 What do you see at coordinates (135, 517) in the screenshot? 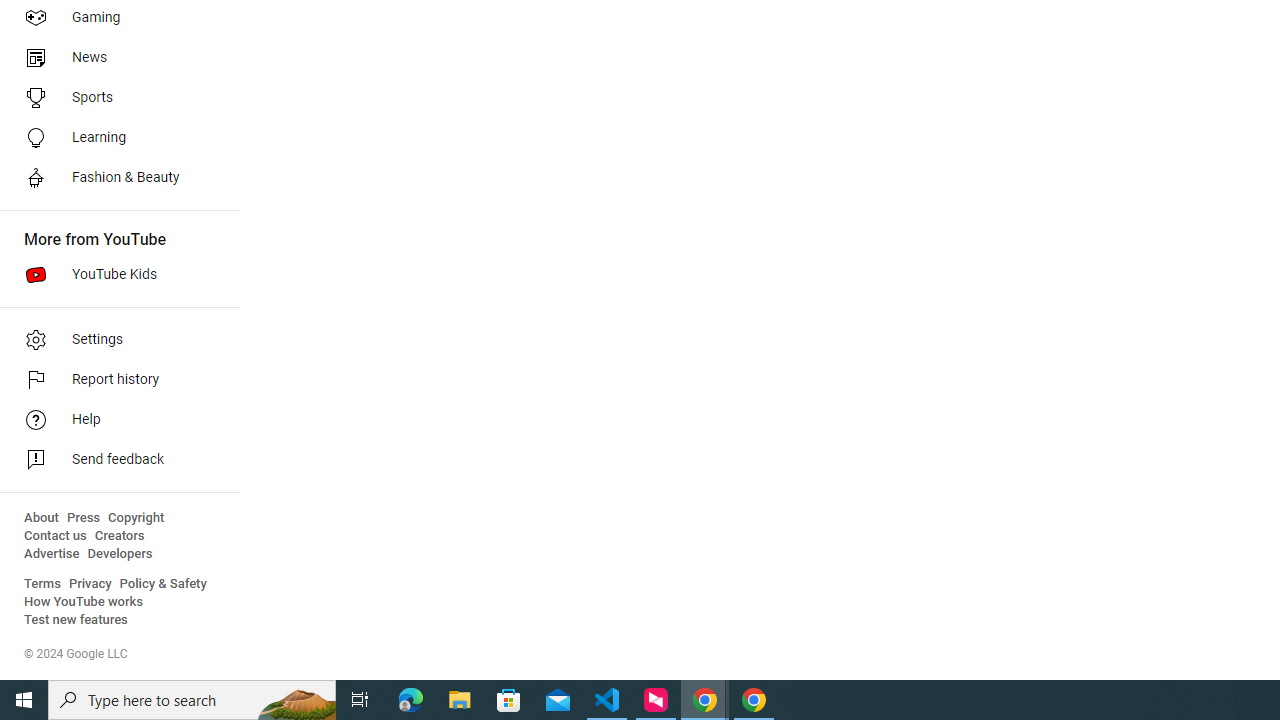
I see `'Copyright'` at bounding box center [135, 517].